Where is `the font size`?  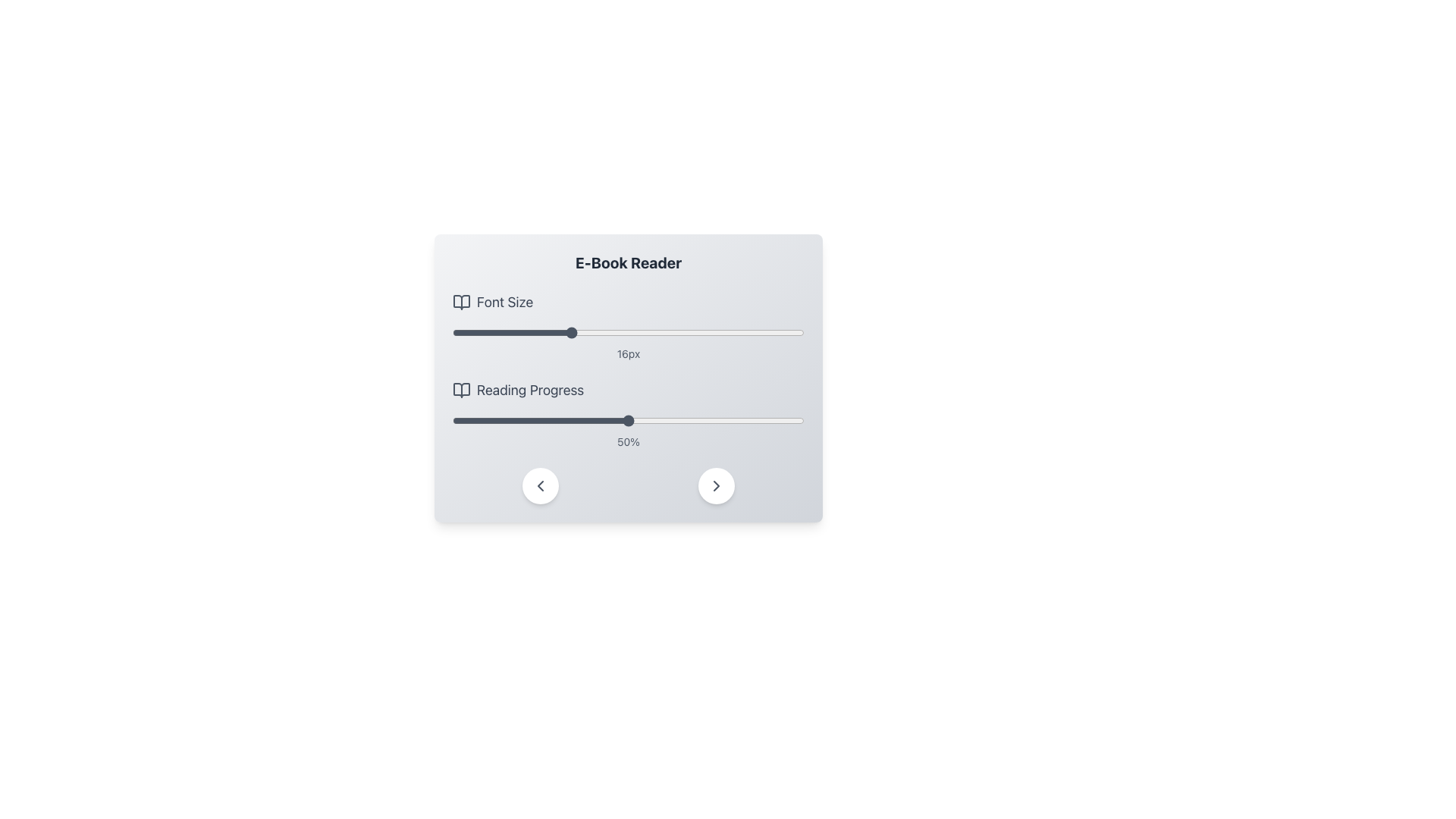
the font size is located at coordinates (481, 332).